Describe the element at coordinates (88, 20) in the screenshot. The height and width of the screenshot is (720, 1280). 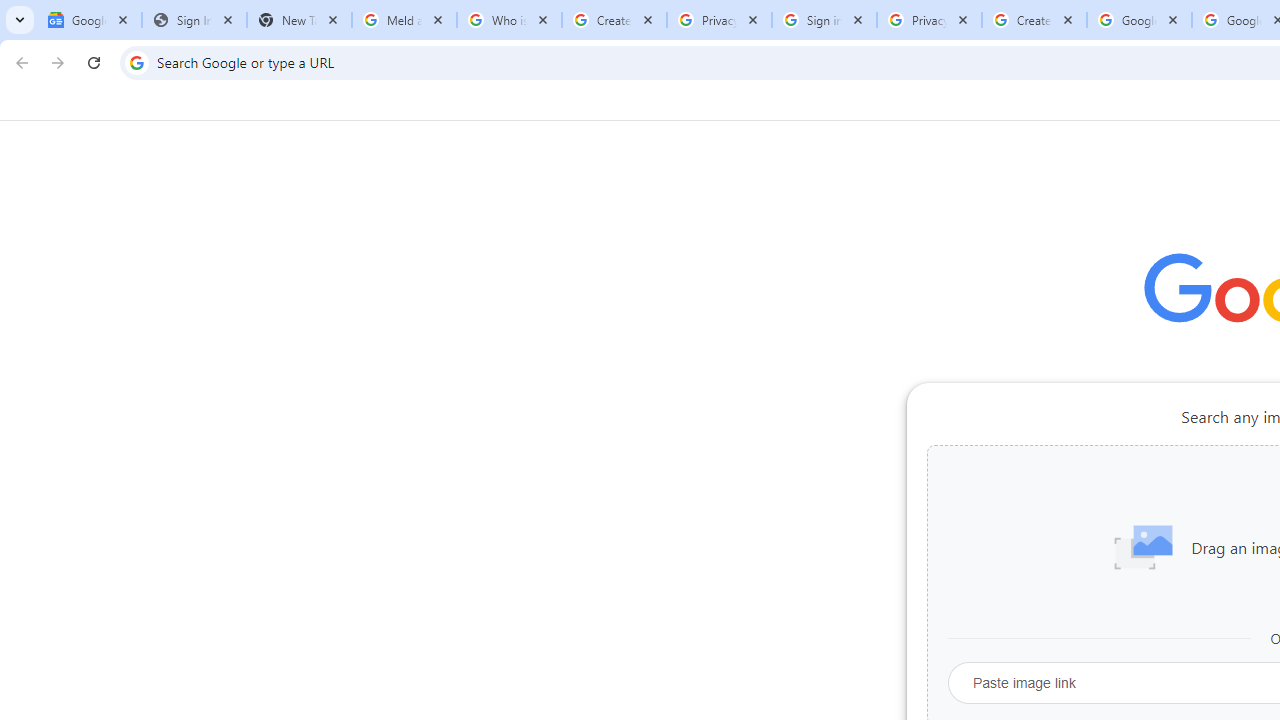
I see `'Google News'` at that location.